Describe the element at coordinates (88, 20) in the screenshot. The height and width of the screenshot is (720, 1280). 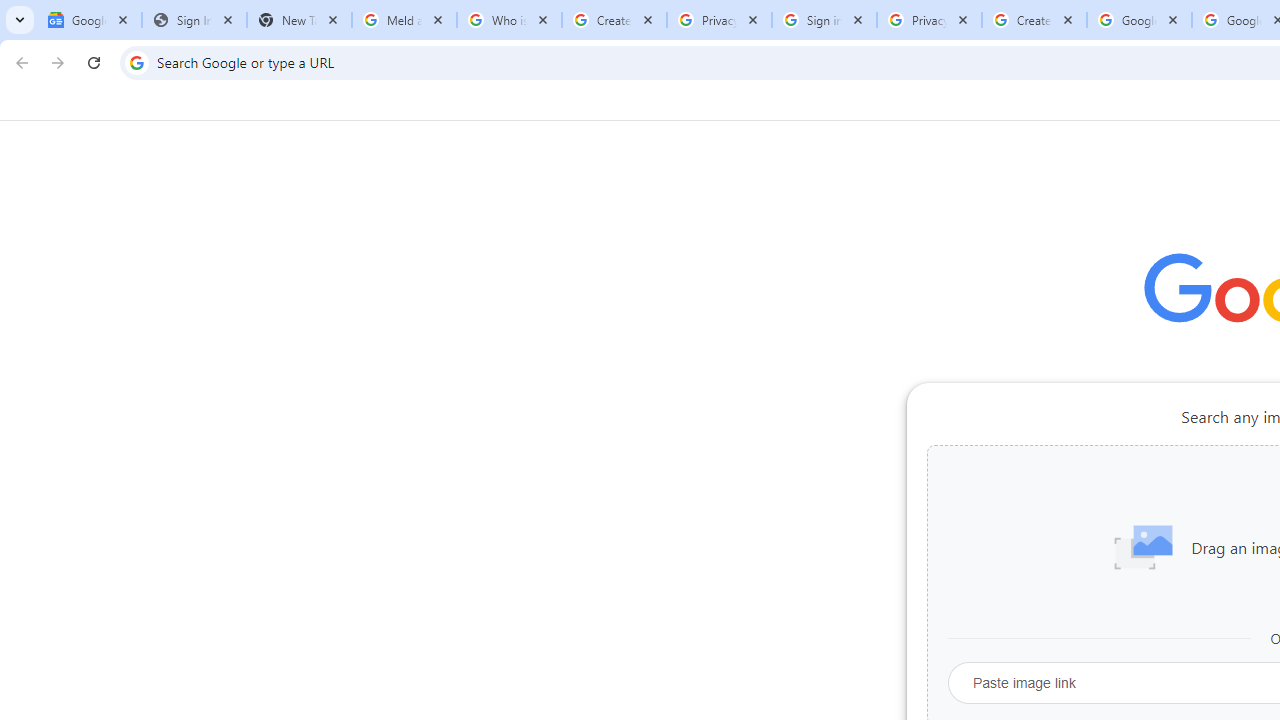
I see `'Google News'` at that location.